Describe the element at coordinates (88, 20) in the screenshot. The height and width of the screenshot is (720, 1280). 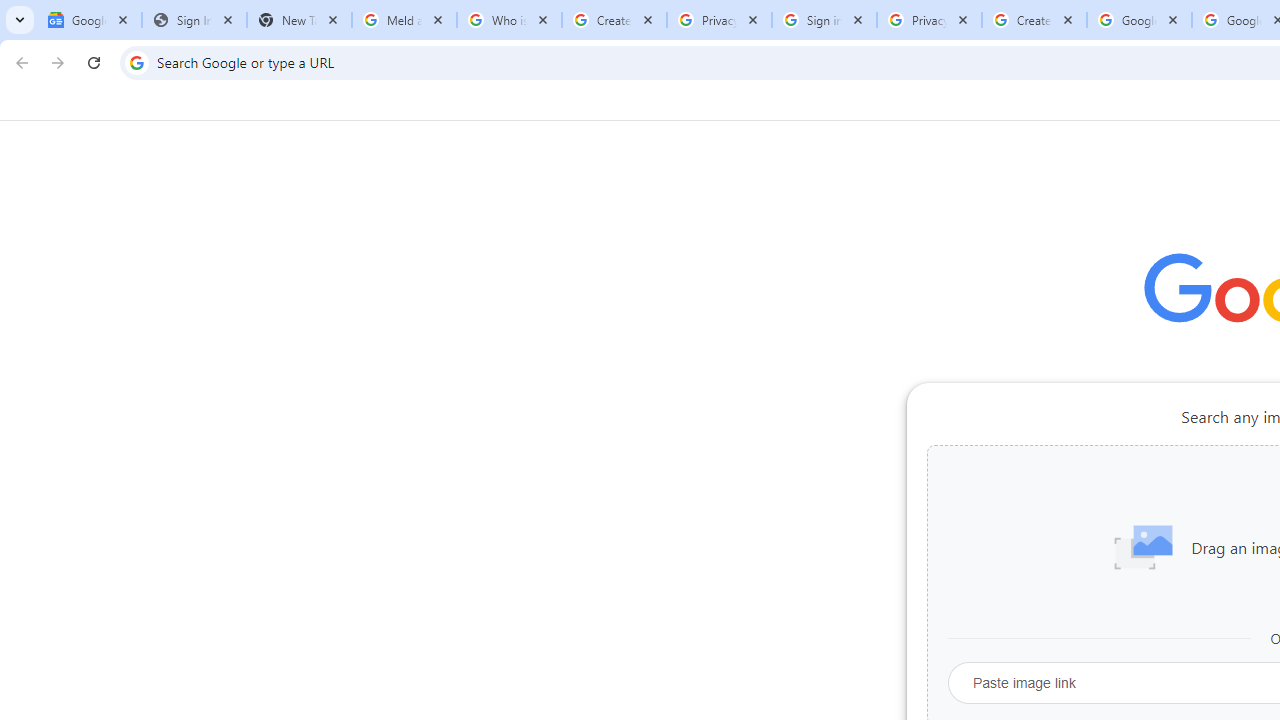
I see `'Google News'` at that location.